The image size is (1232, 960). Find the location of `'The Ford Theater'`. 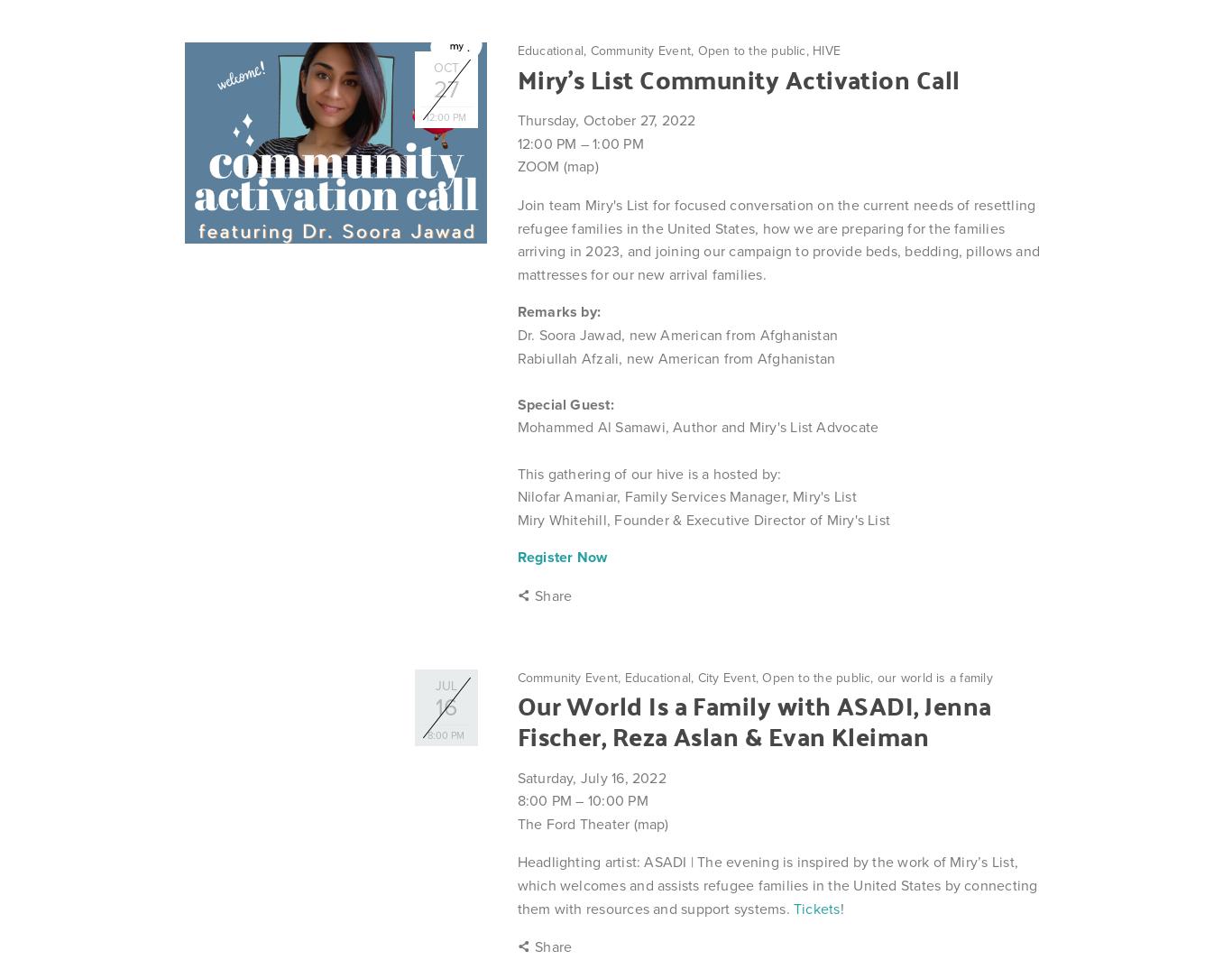

'The Ford Theater' is located at coordinates (574, 823).